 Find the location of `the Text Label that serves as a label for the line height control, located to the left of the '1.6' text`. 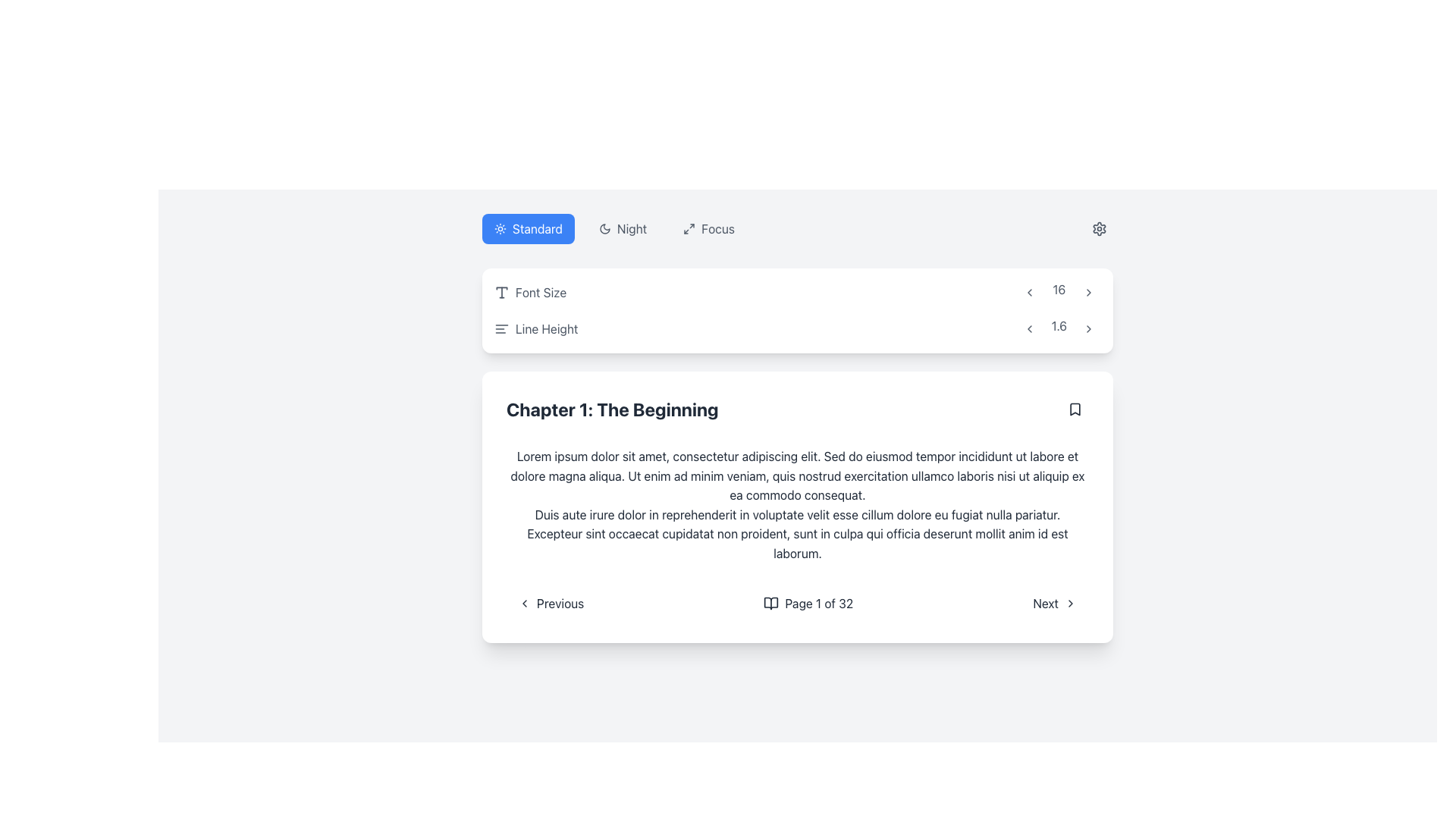

the Text Label that serves as a label for the line height control, located to the left of the '1.6' text is located at coordinates (536, 328).